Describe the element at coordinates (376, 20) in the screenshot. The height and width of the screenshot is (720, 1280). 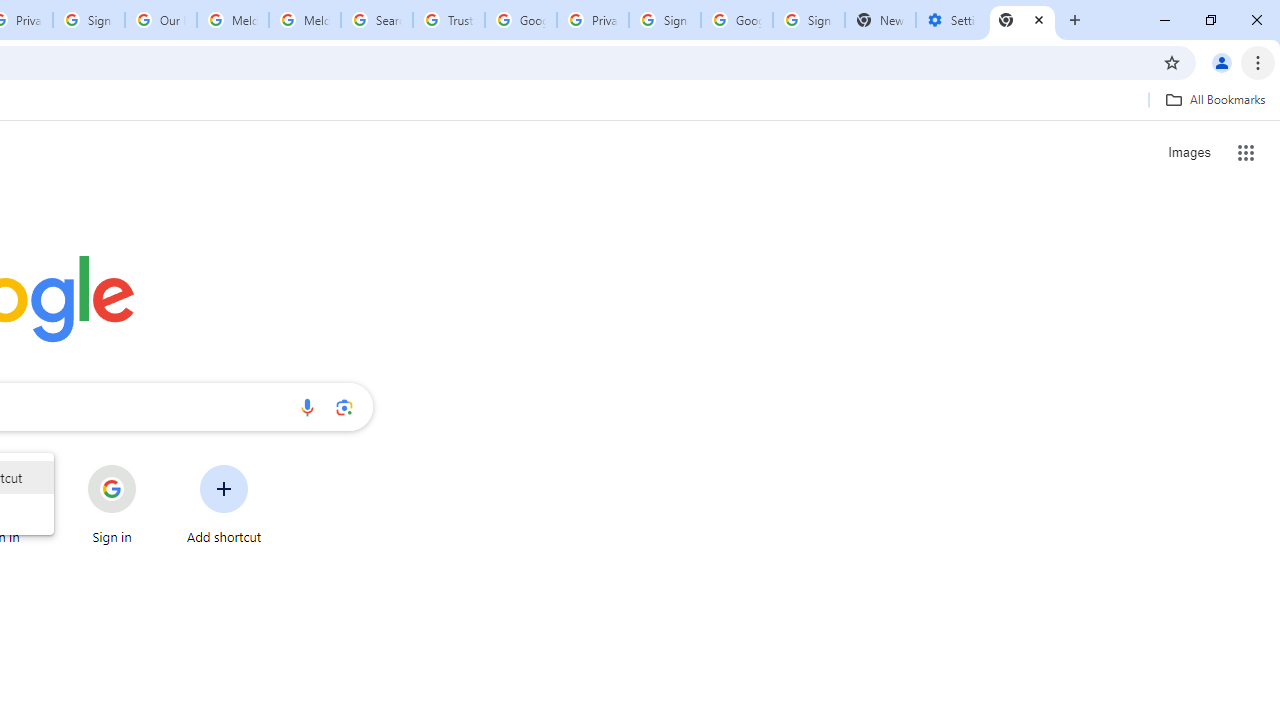
I see `'Search our Doodle Library Collection - Google Doodles'` at that location.